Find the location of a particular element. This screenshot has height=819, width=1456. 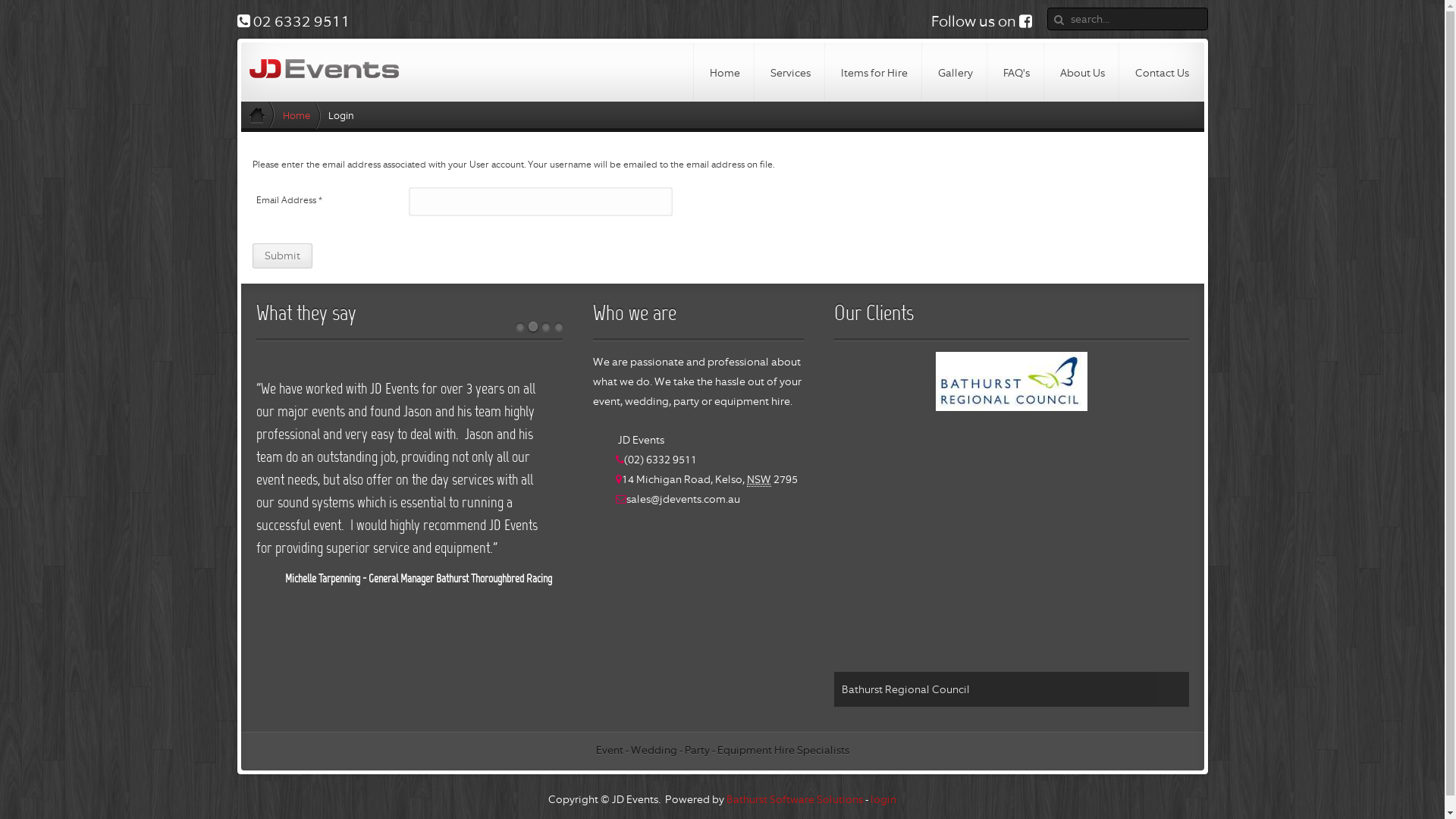

'login' is located at coordinates (883, 798).